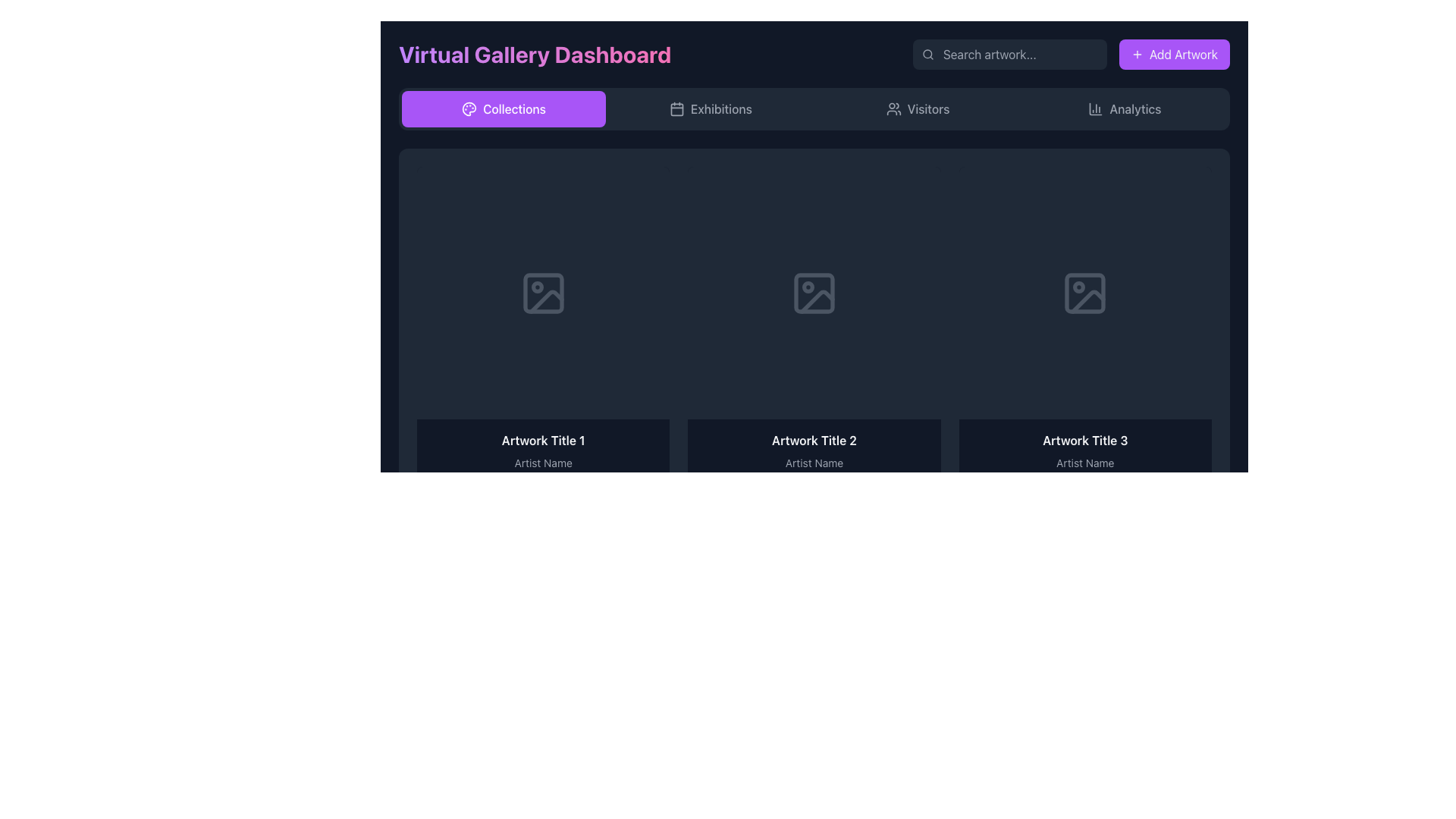 The height and width of the screenshot is (819, 1456). Describe the element at coordinates (1135, 108) in the screenshot. I see `the 'Analytics' text label located in the navigation bar, positioned between the 'Visitors' option and the edge of the bar` at that location.